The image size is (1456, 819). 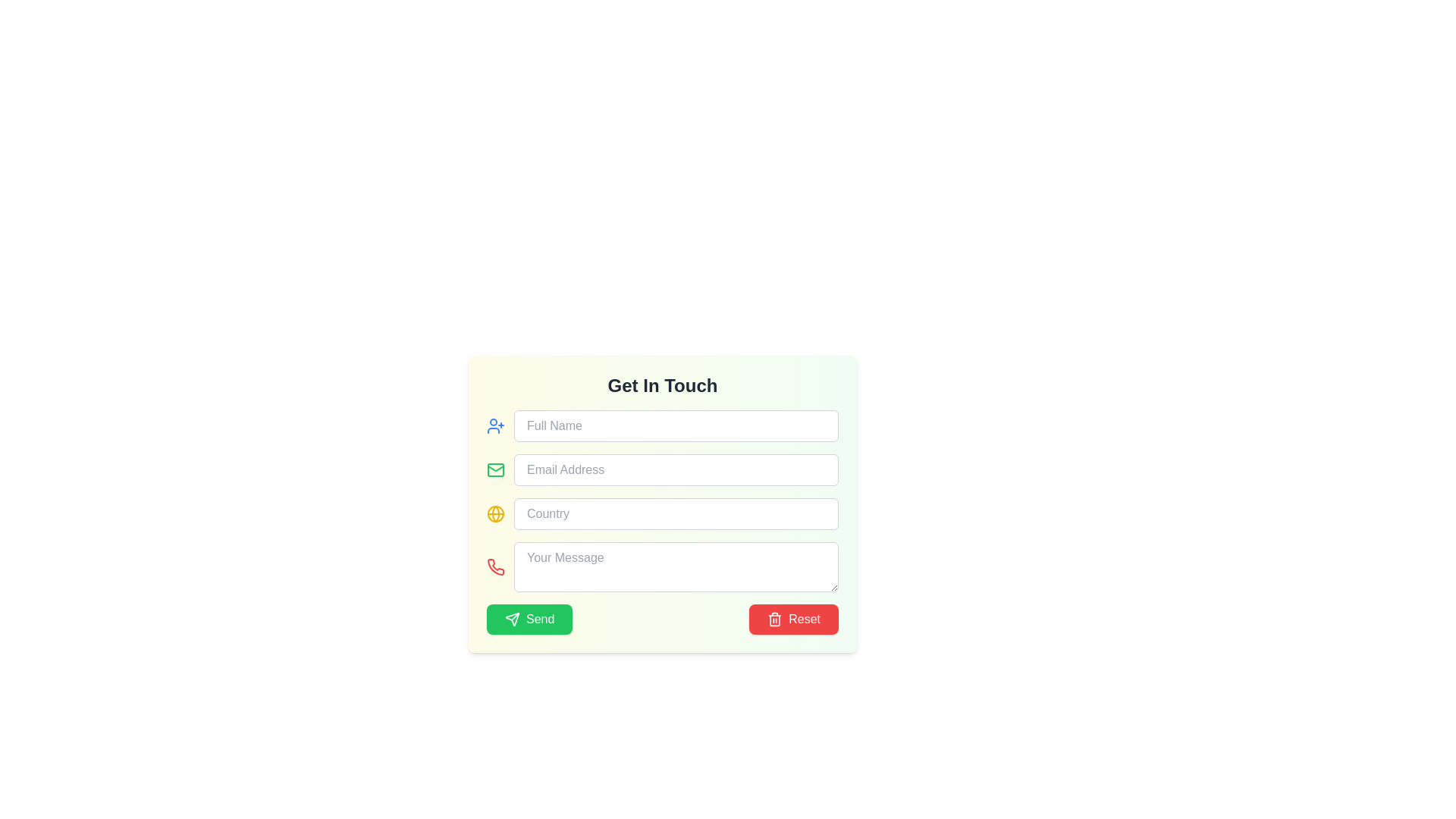 I want to click on the small triangular paper airplane icon with rounded edges, located on the left side of the green 'Send' button at the bottom left of the form, so click(x=513, y=620).